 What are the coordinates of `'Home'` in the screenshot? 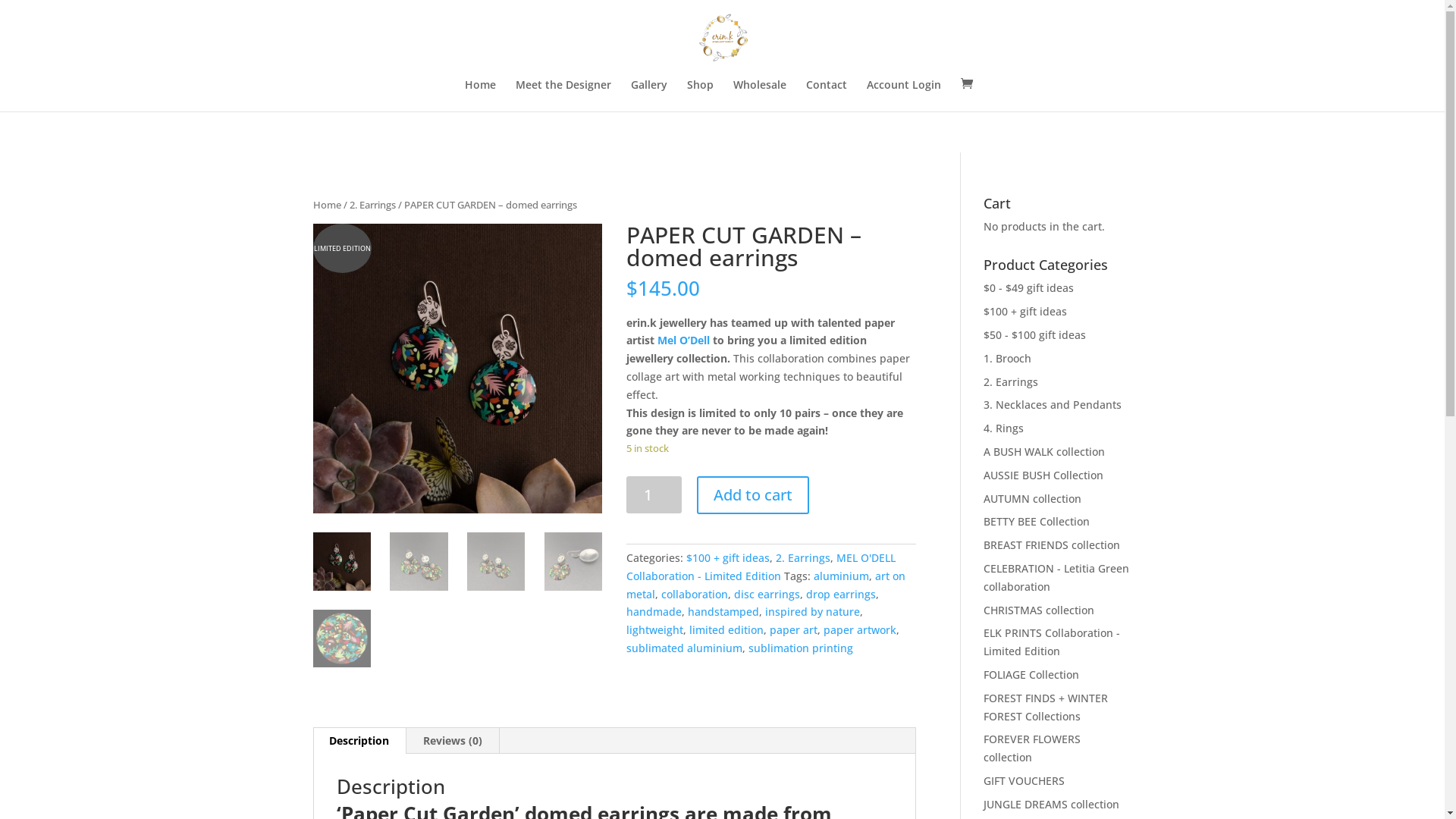 It's located at (463, 96).